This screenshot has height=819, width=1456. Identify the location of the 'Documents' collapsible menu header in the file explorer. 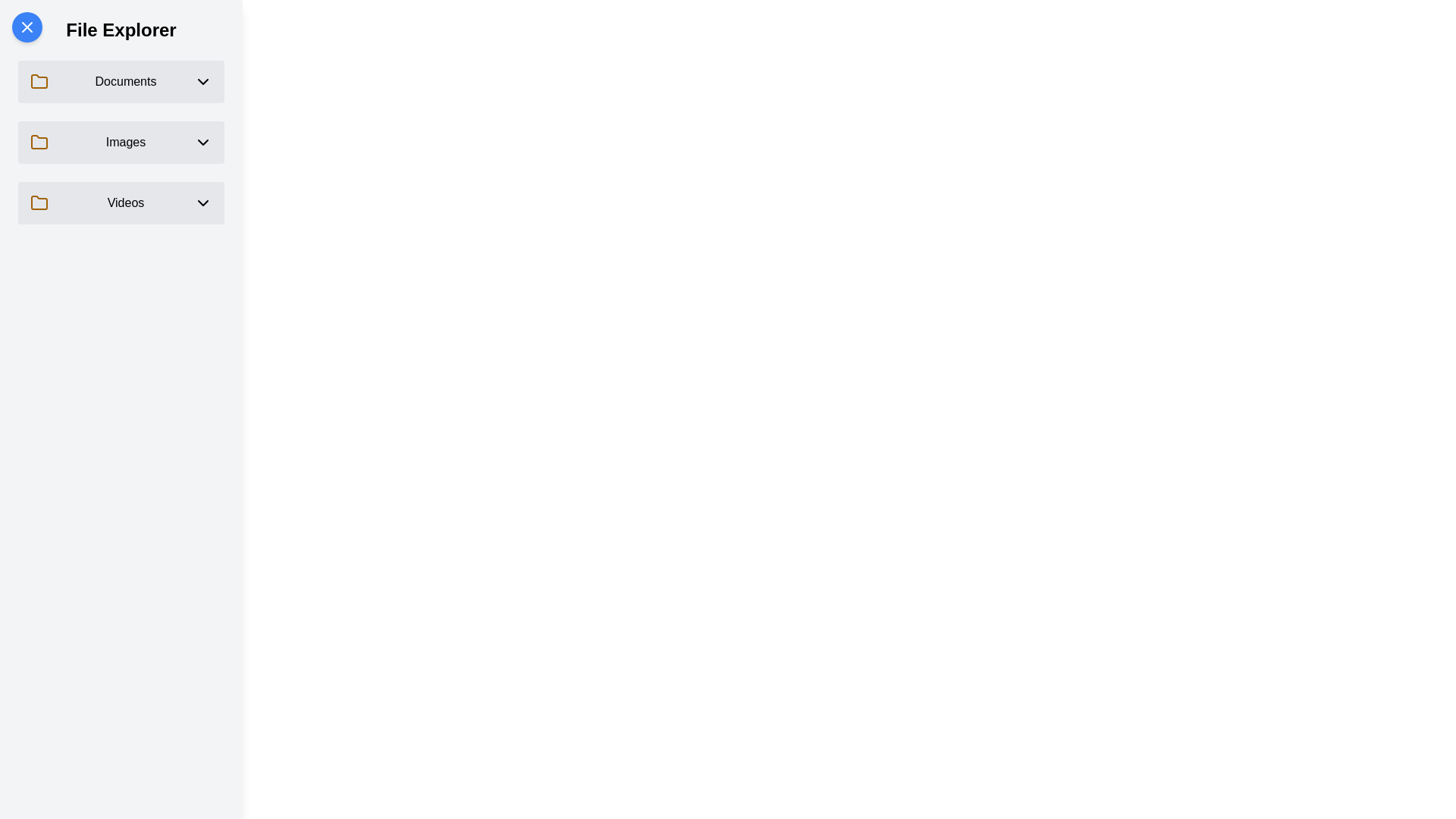
(120, 82).